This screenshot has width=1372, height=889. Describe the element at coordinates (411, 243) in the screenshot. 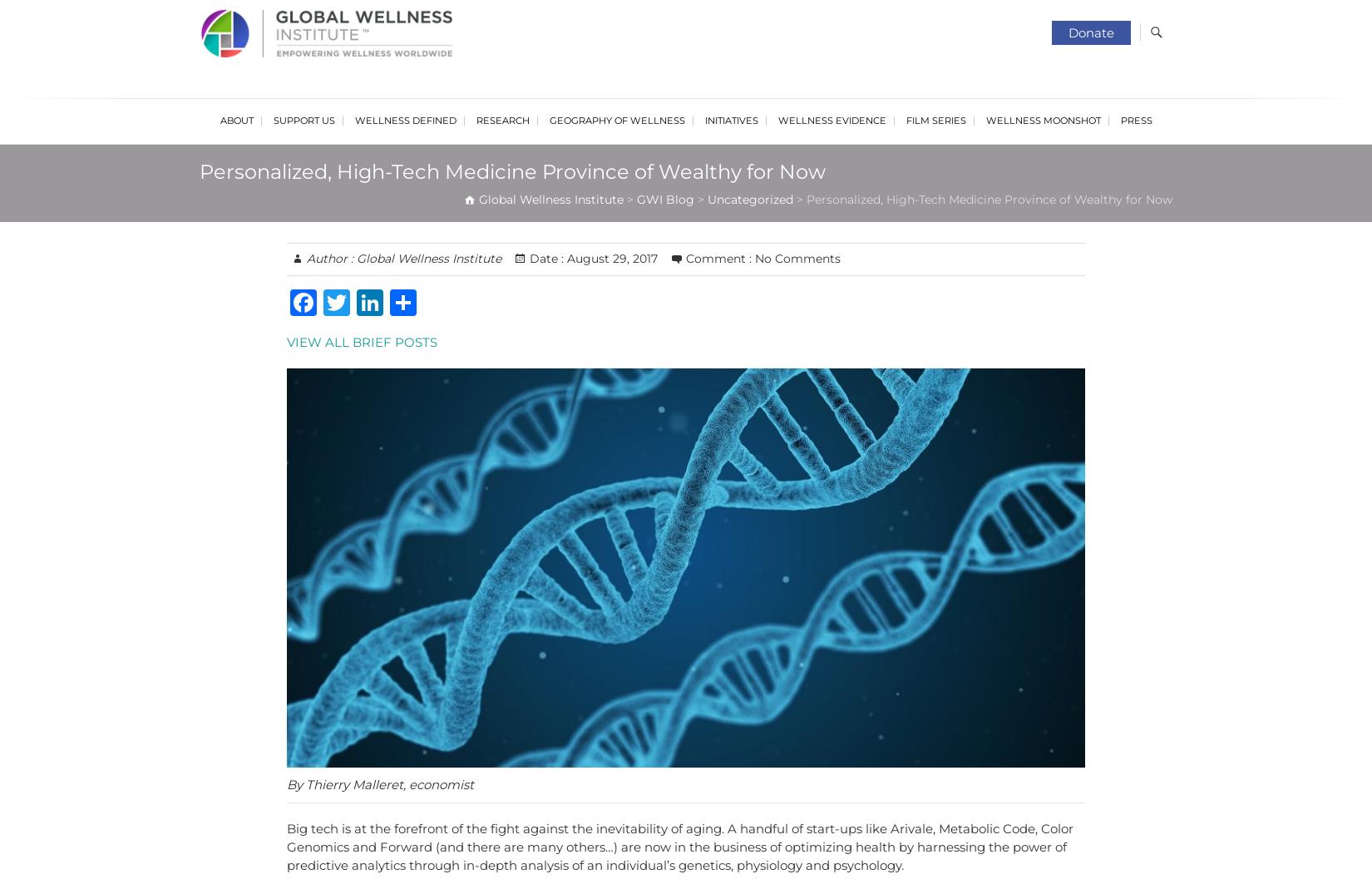

I see `'What is Wellness Policy?'` at that location.